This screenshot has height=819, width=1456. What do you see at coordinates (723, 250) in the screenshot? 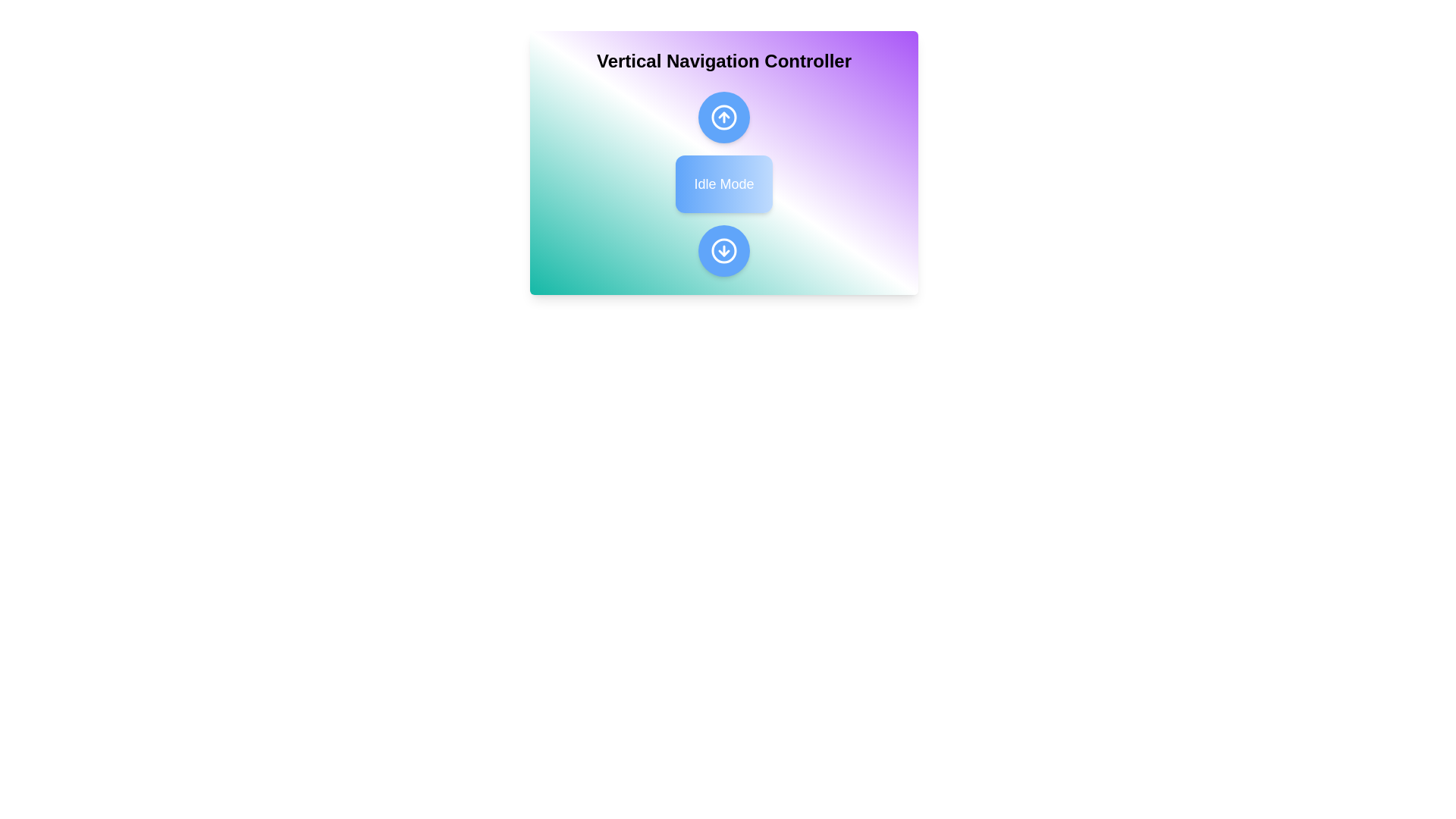
I see `'Down' button on the Vertical Navigation Controller` at bounding box center [723, 250].